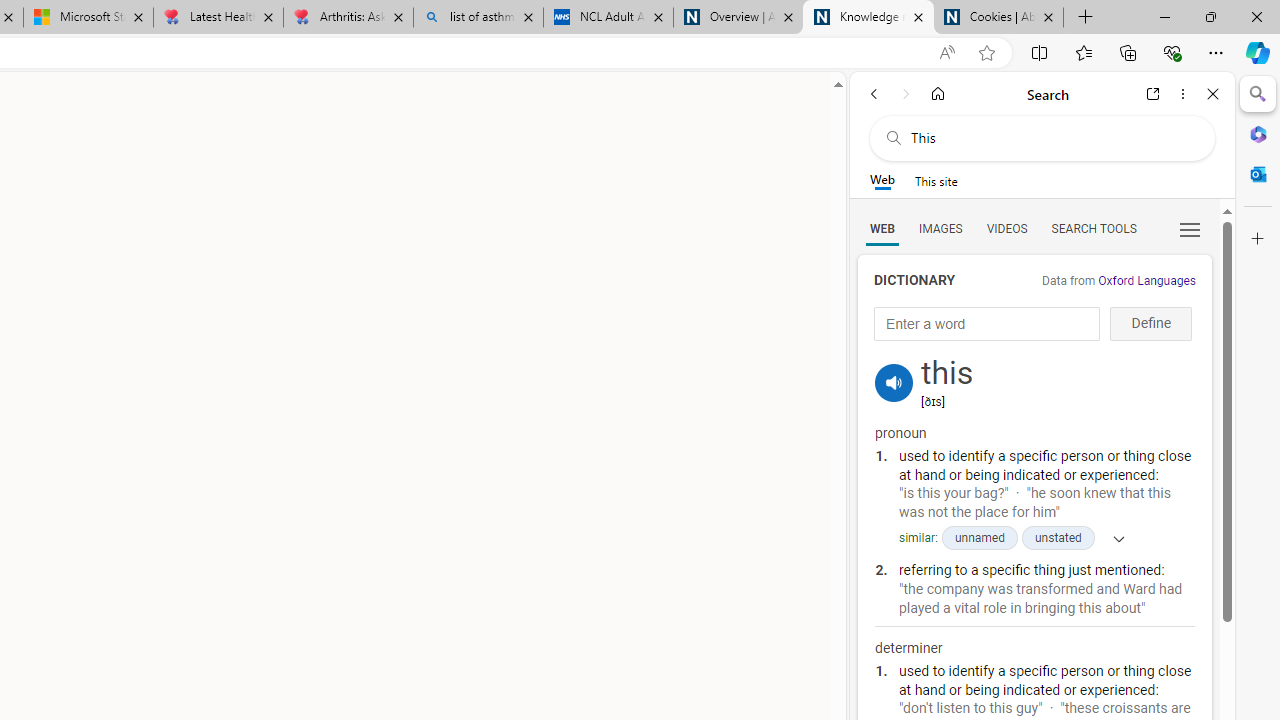  I want to click on 'Favorites', so click(1082, 51).